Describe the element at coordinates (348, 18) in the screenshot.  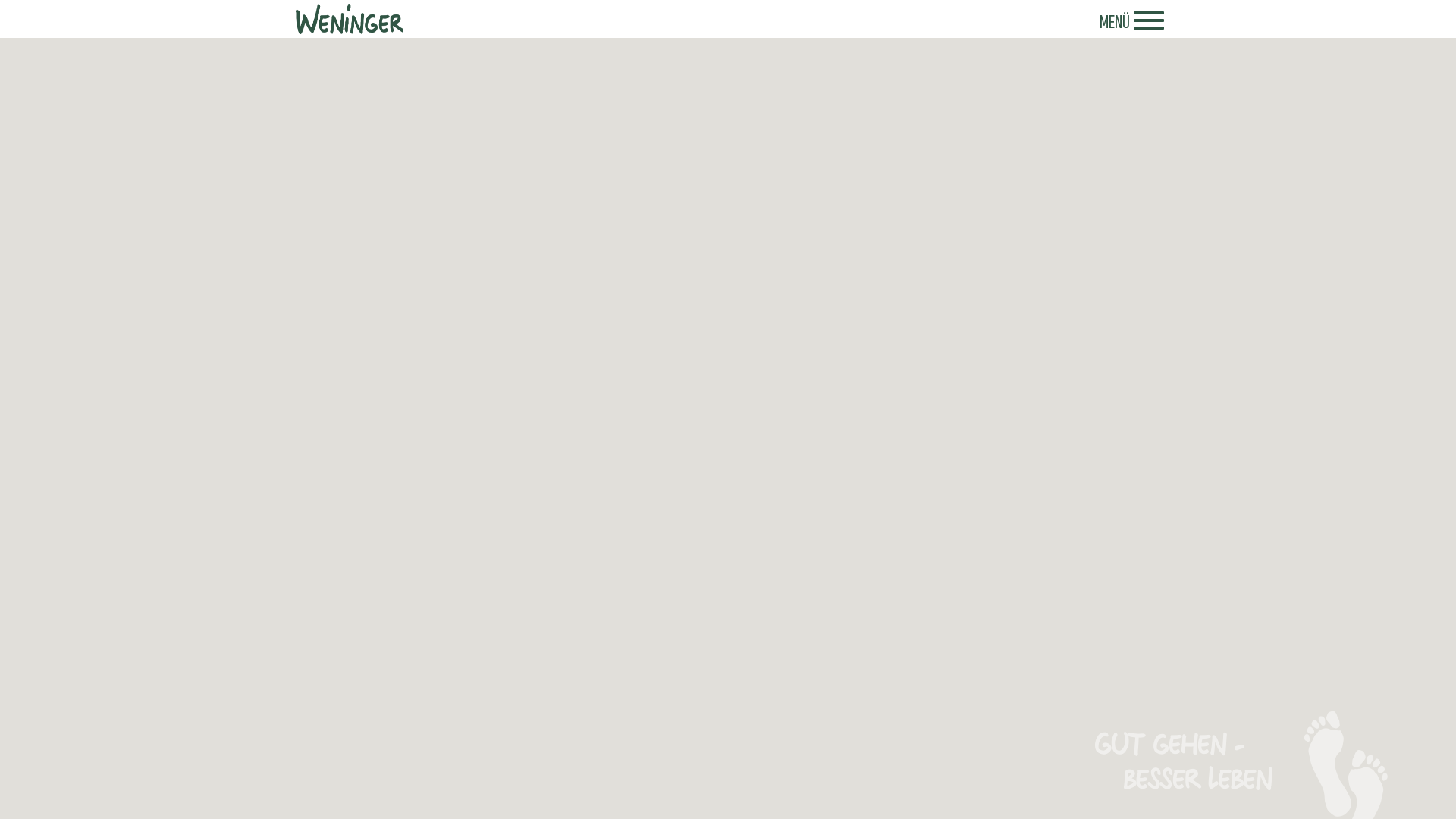
I see `'Weninger - Logo'` at that location.